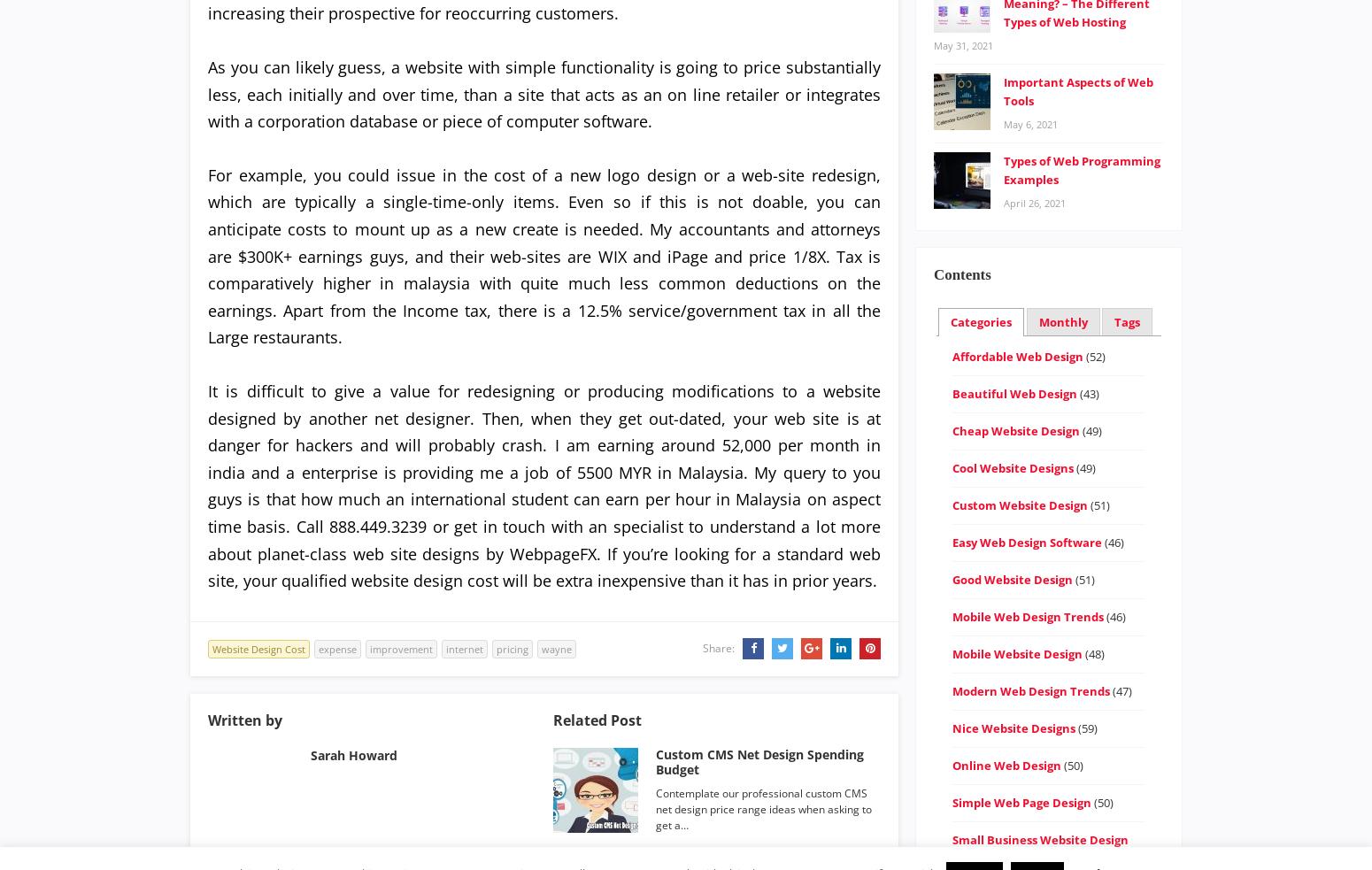  What do you see at coordinates (1002, 169) in the screenshot?
I see `'Types of Web Programming Examples'` at bounding box center [1002, 169].